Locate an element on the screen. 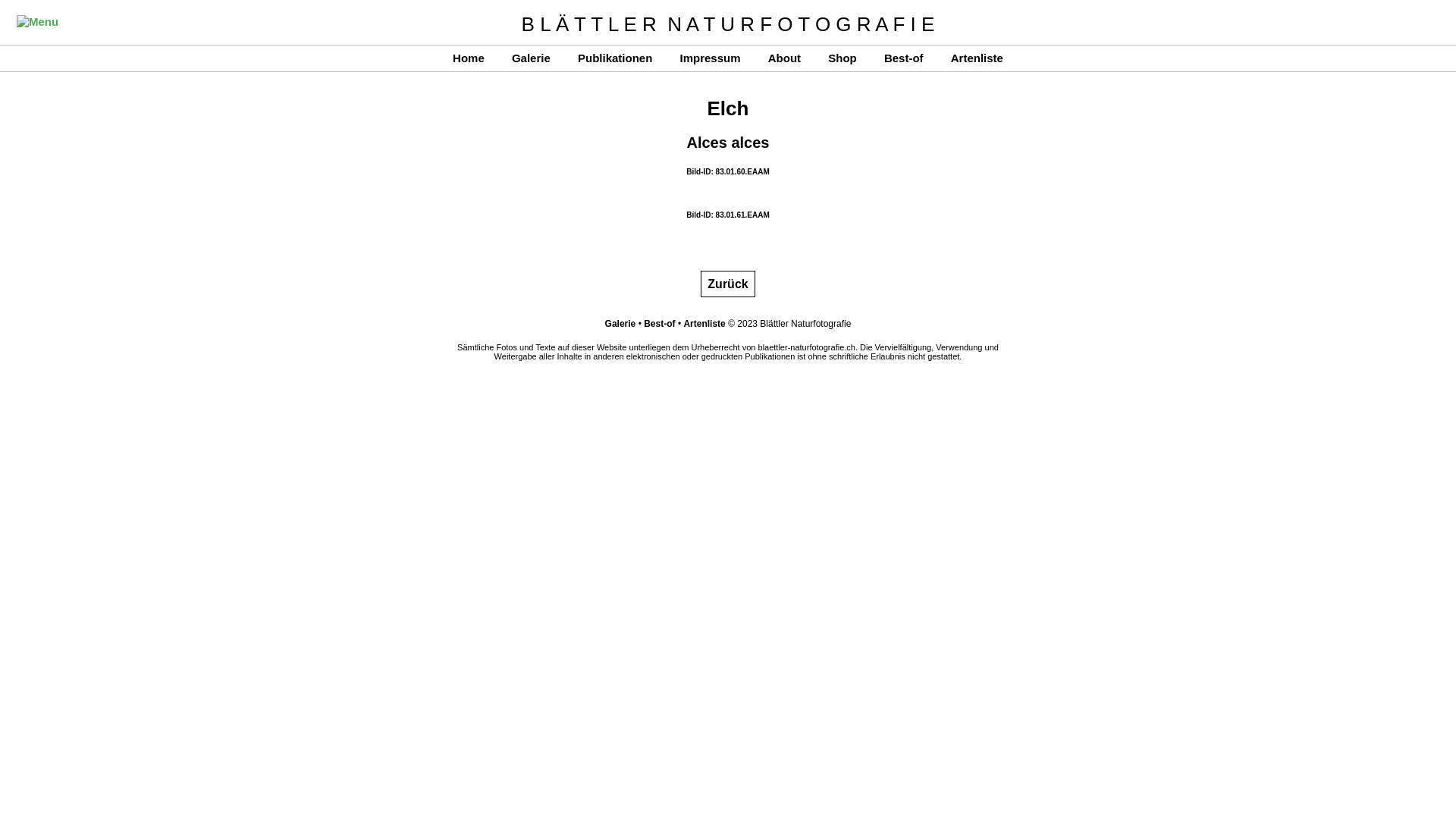 This screenshot has height=819, width=1456. 'Bild-ID: 83.01.60.EAAM' is located at coordinates (726, 171).